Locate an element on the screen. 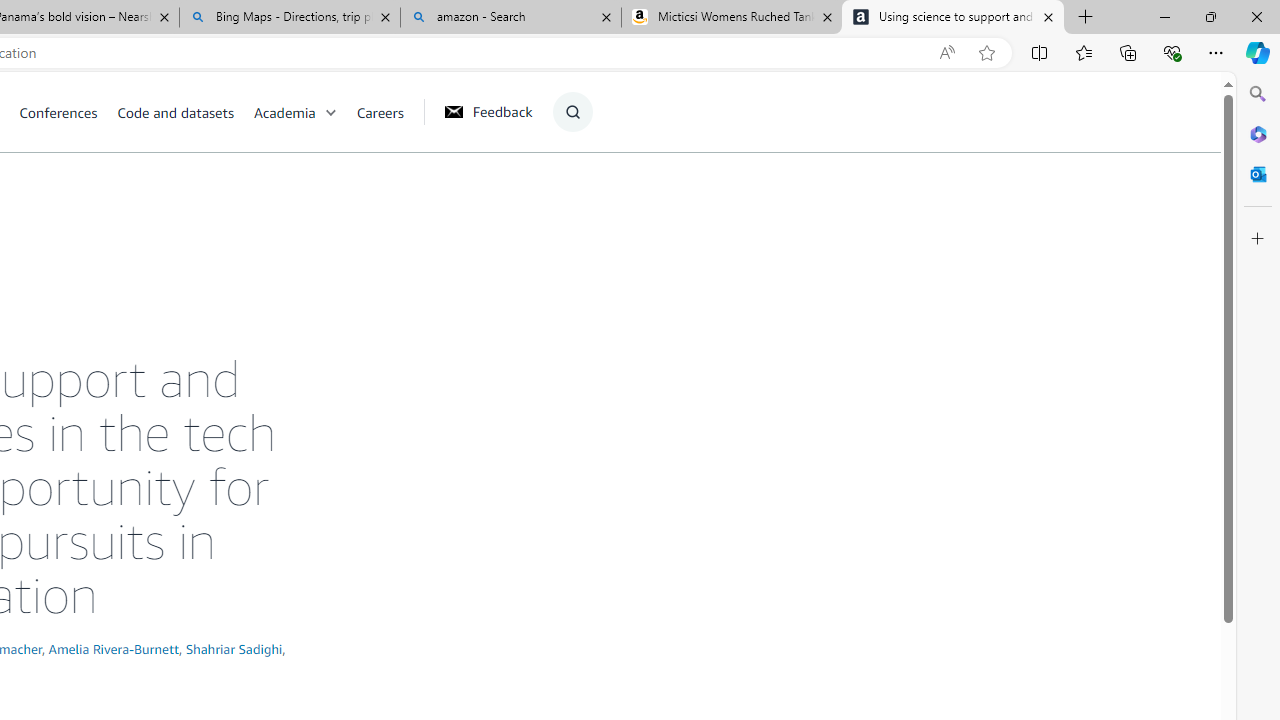  'Careers' is located at coordinates (380, 111).